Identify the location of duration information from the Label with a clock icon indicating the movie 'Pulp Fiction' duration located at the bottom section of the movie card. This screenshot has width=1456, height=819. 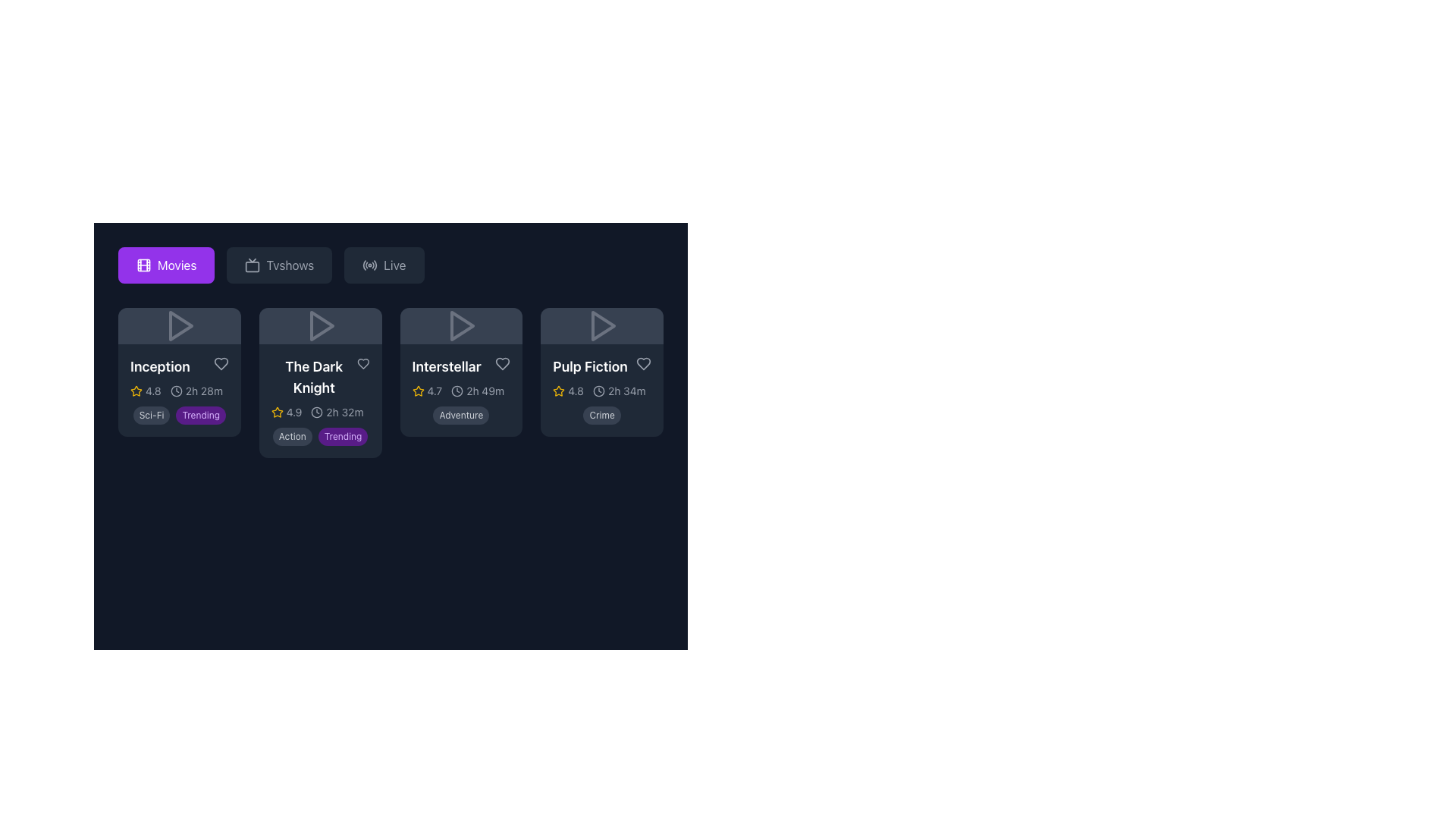
(619, 391).